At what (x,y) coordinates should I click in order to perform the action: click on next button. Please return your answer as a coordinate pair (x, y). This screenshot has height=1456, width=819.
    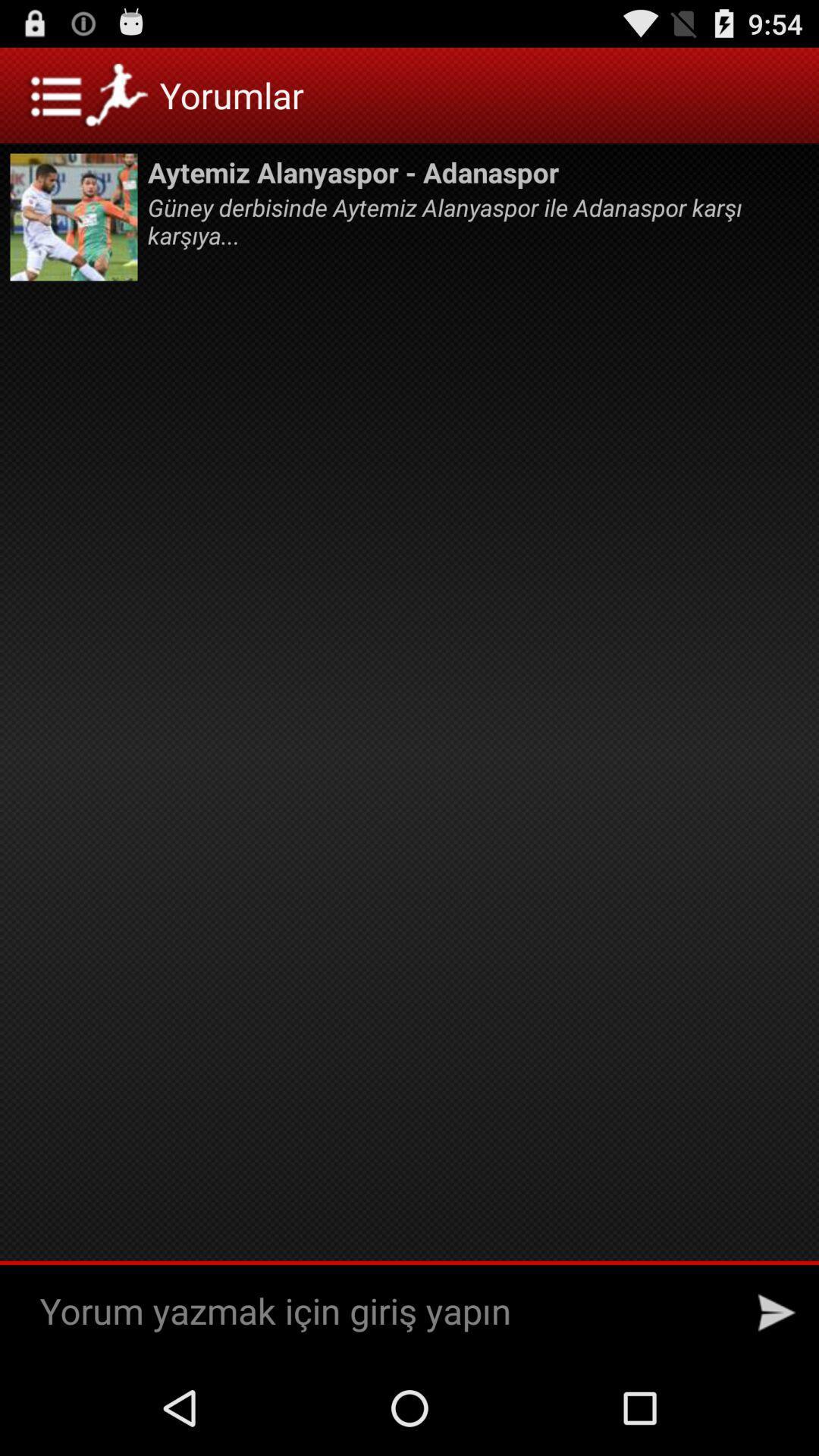
    Looking at the image, I should click on (777, 1312).